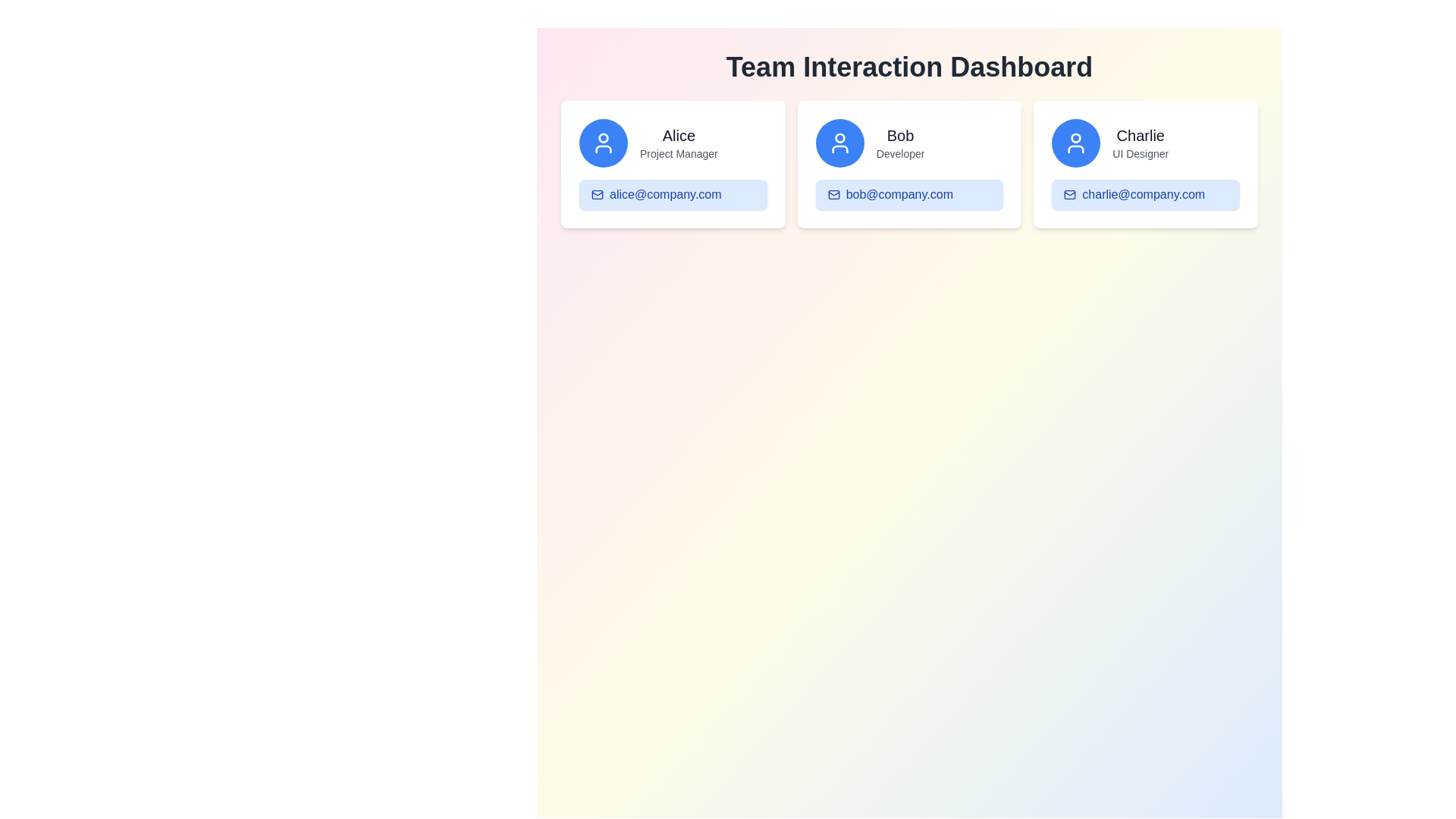  What do you see at coordinates (672, 194) in the screenshot?
I see `the interactive email link 'alice@company.com' with an envelope icon, located below Alice's name in the project manager card` at bounding box center [672, 194].